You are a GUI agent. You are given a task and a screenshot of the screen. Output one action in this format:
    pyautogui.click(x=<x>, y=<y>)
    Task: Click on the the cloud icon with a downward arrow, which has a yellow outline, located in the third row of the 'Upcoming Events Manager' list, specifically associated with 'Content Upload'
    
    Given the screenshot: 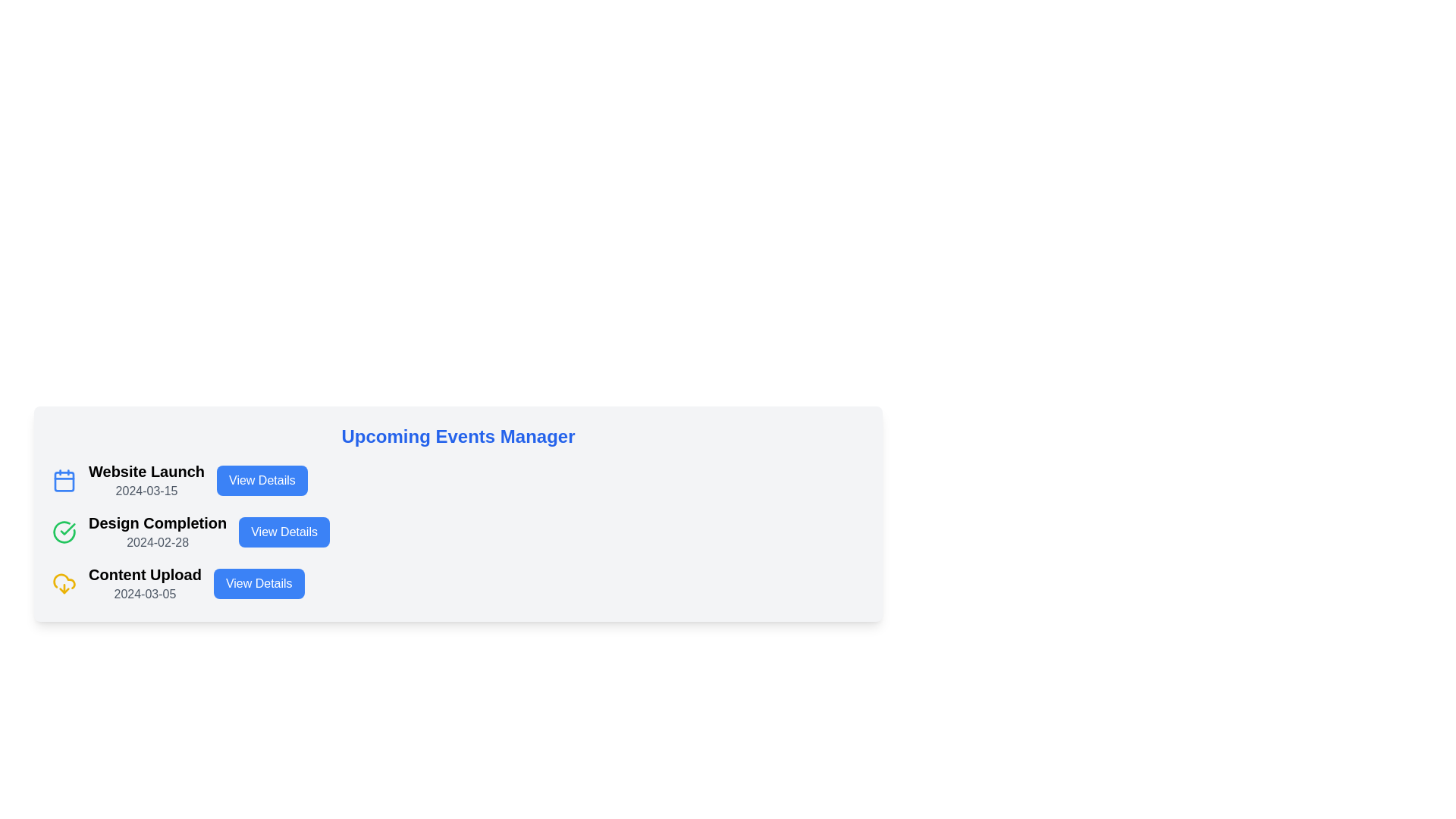 What is the action you would take?
    pyautogui.click(x=64, y=583)
    